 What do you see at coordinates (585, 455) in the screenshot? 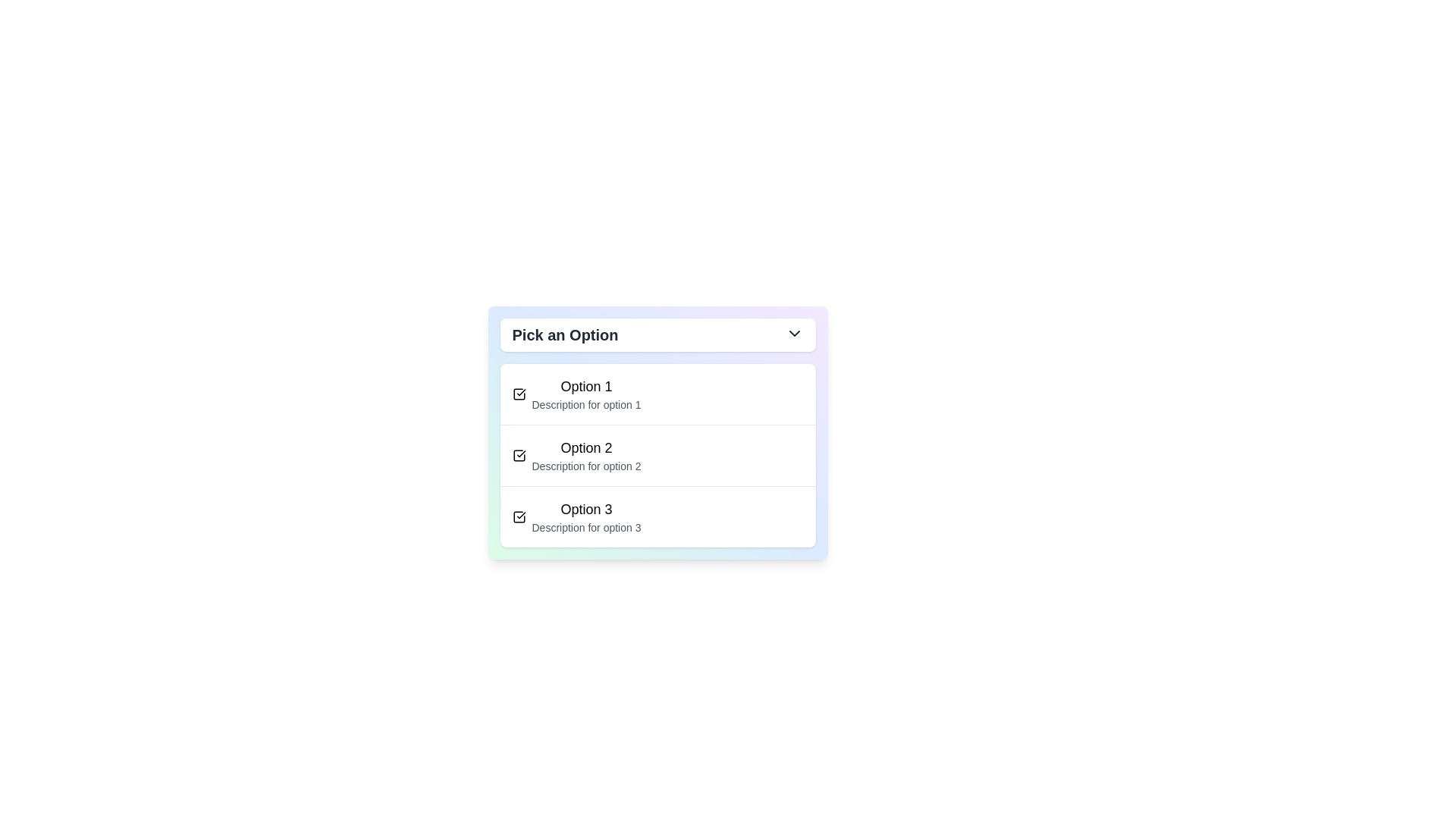
I see `the option 2 from the dropdown menu` at bounding box center [585, 455].